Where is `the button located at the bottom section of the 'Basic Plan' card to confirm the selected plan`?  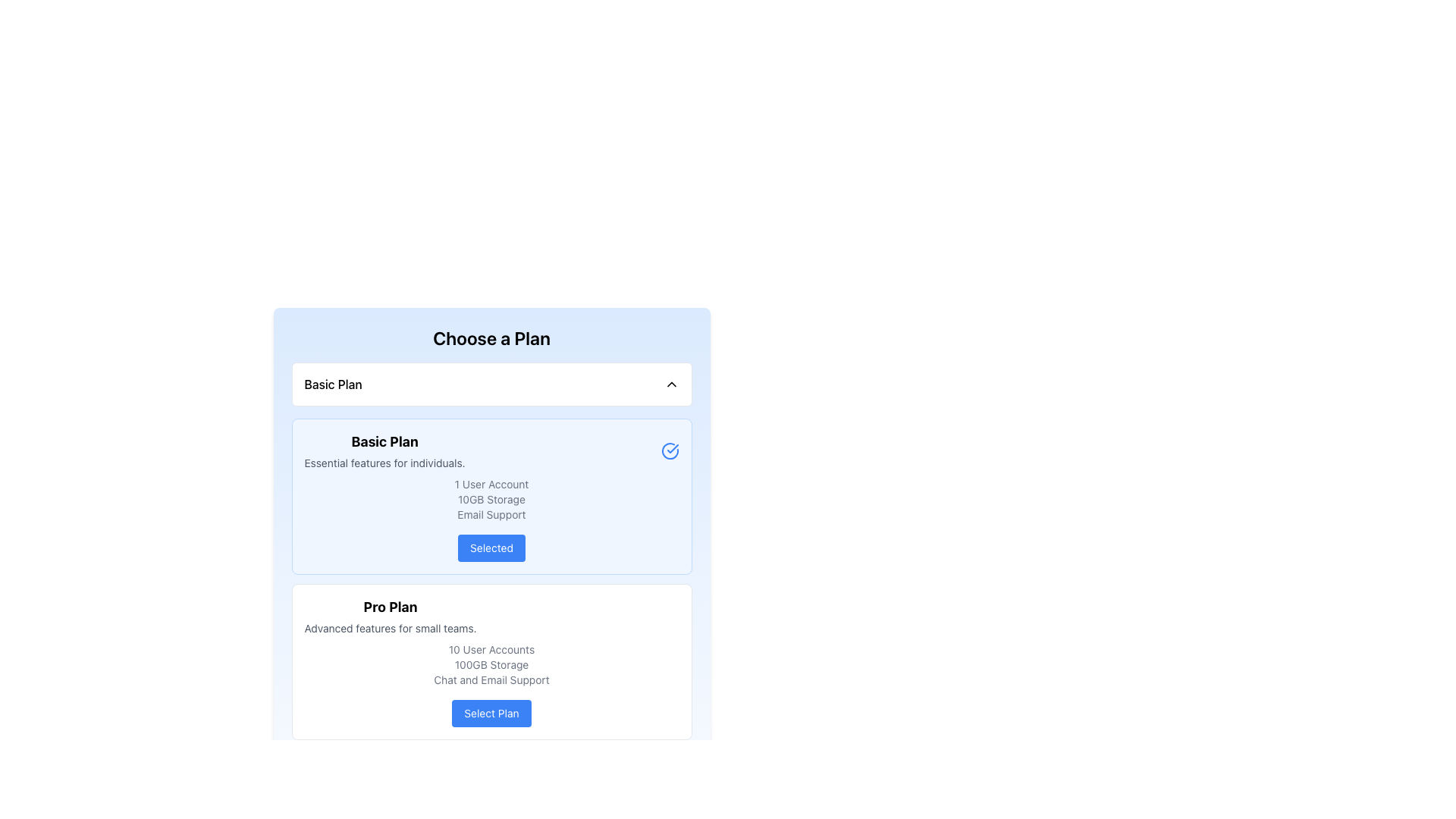 the button located at the bottom section of the 'Basic Plan' card to confirm the selected plan is located at coordinates (491, 548).